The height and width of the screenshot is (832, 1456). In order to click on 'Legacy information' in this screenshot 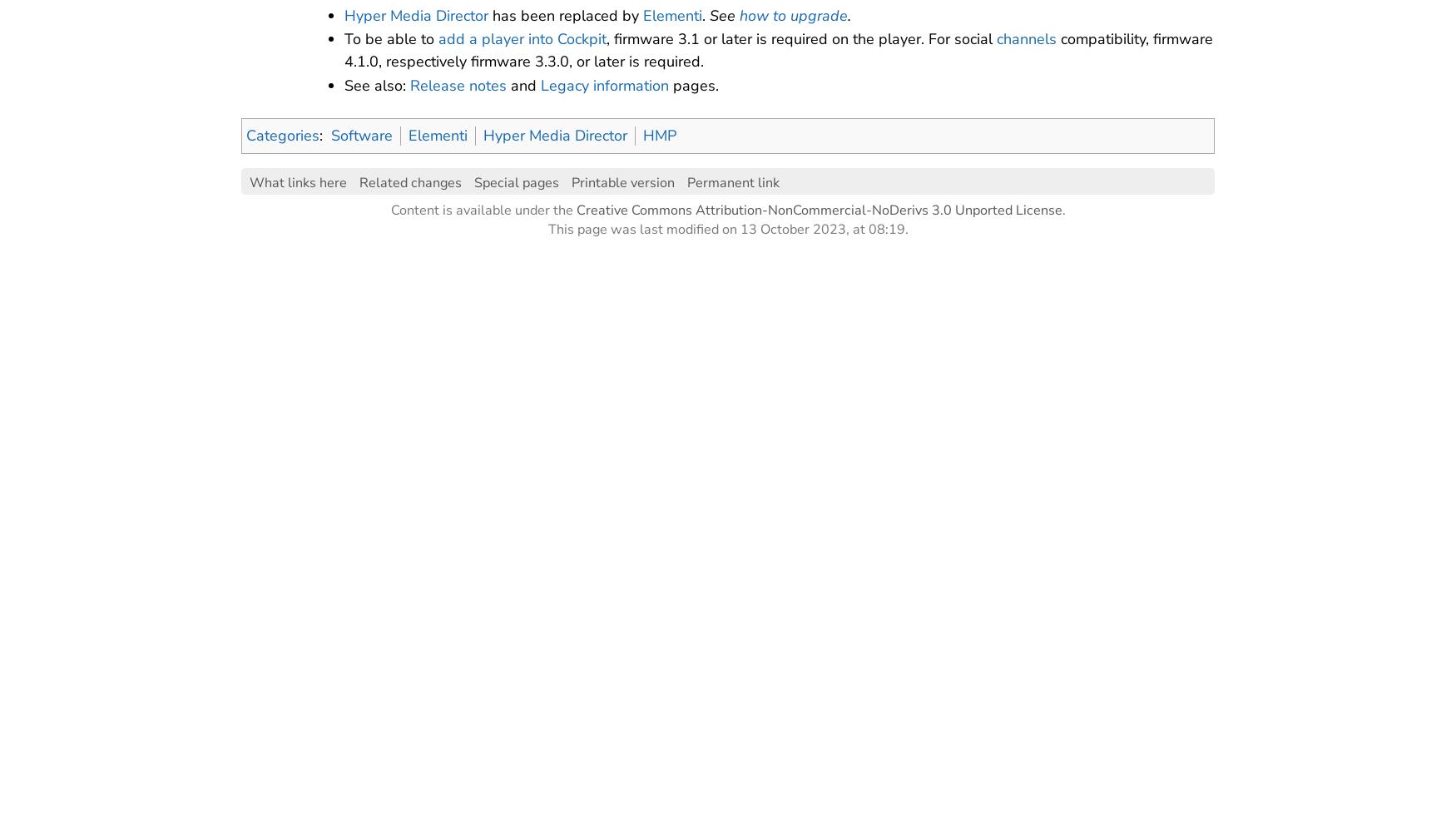, I will do `click(604, 85)`.